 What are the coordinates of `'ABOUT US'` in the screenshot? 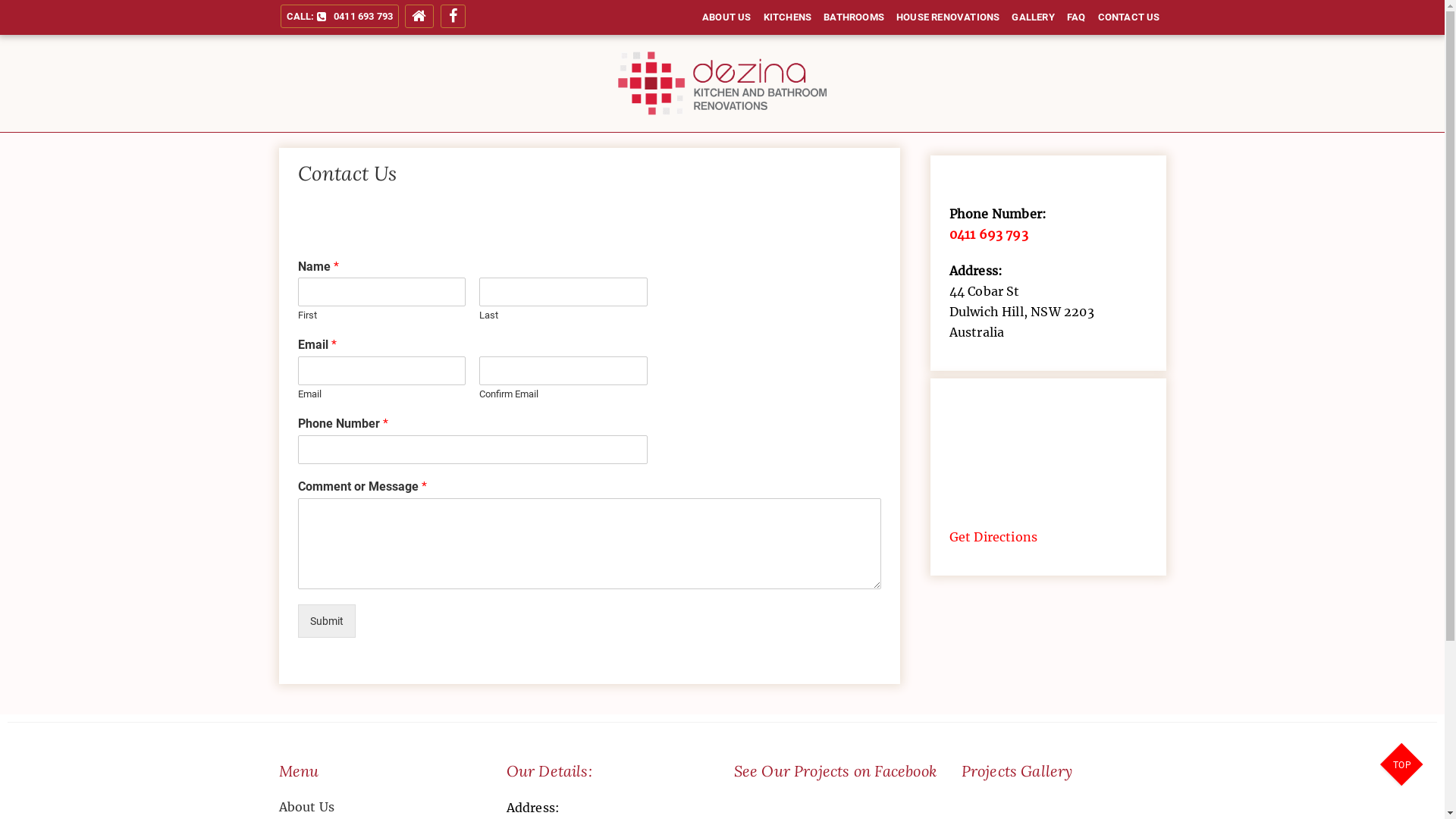 It's located at (695, 17).